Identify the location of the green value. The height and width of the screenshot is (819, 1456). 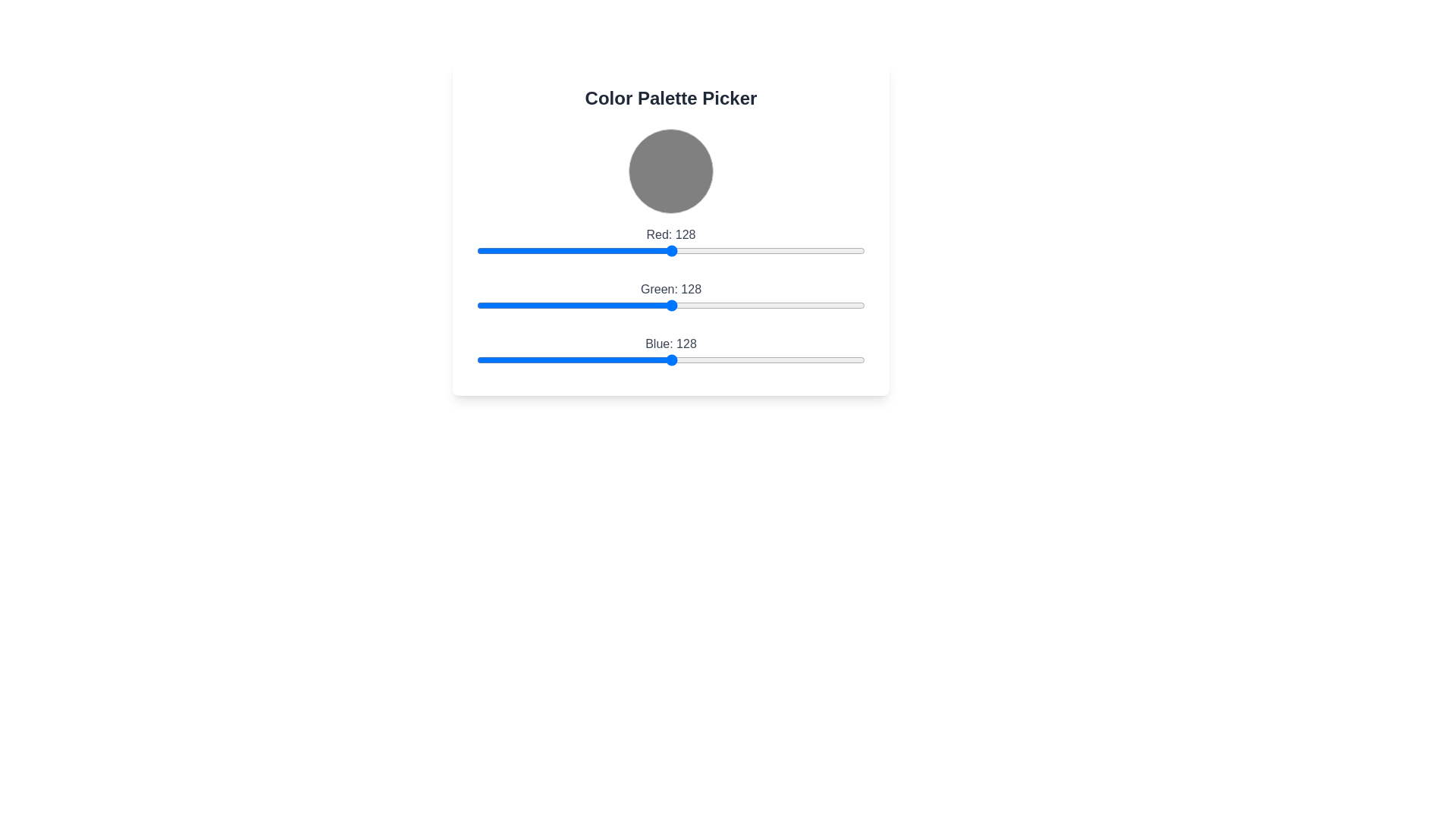
(632, 305).